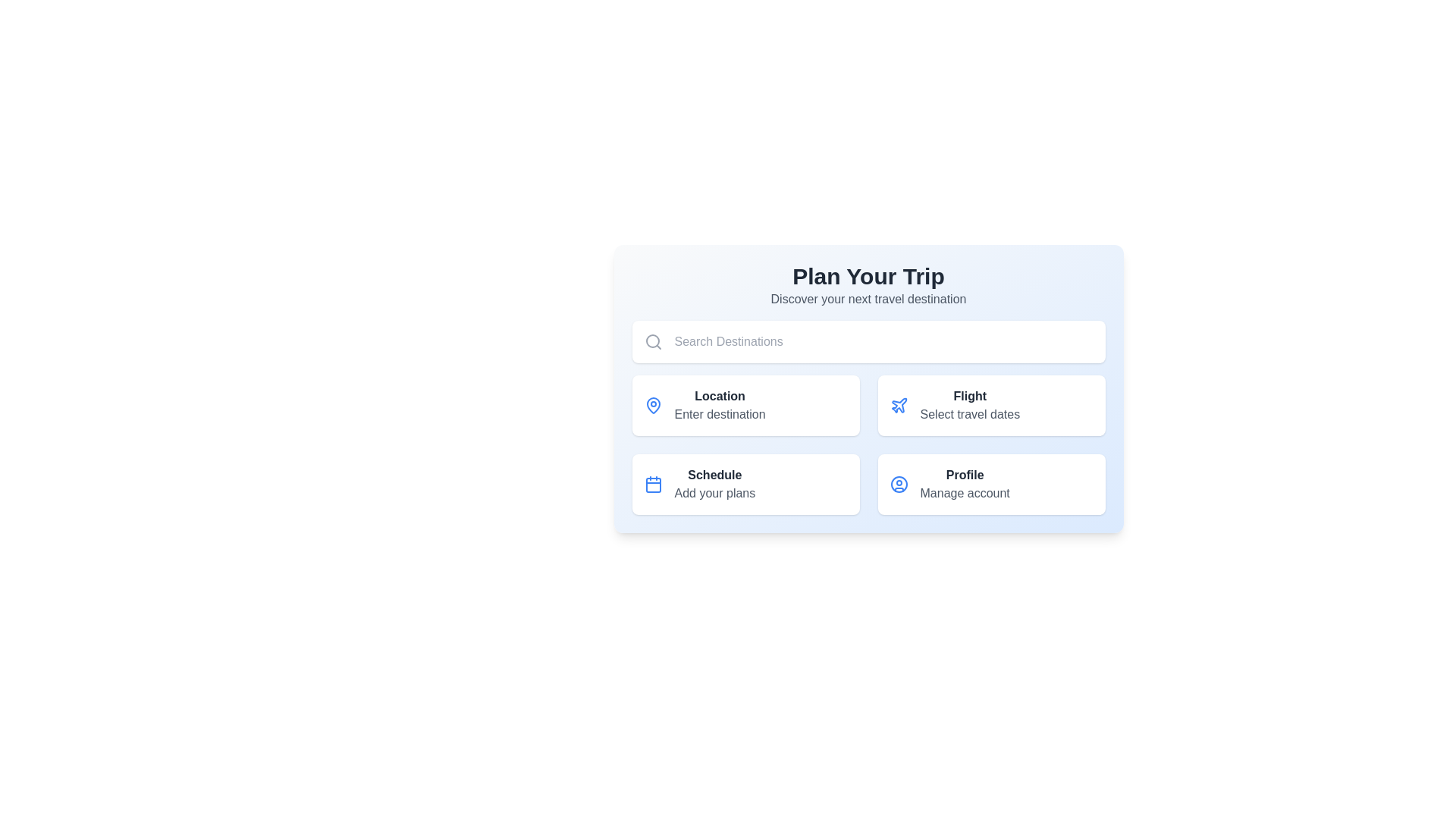 Image resolution: width=1456 pixels, height=819 pixels. What do you see at coordinates (745, 405) in the screenshot?
I see `the Information card or navigation item that allows users to select a location or destination, located in the top-left corner of the grid layout, beneath the search bar and above the 'Schedule' option` at bounding box center [745, 405].